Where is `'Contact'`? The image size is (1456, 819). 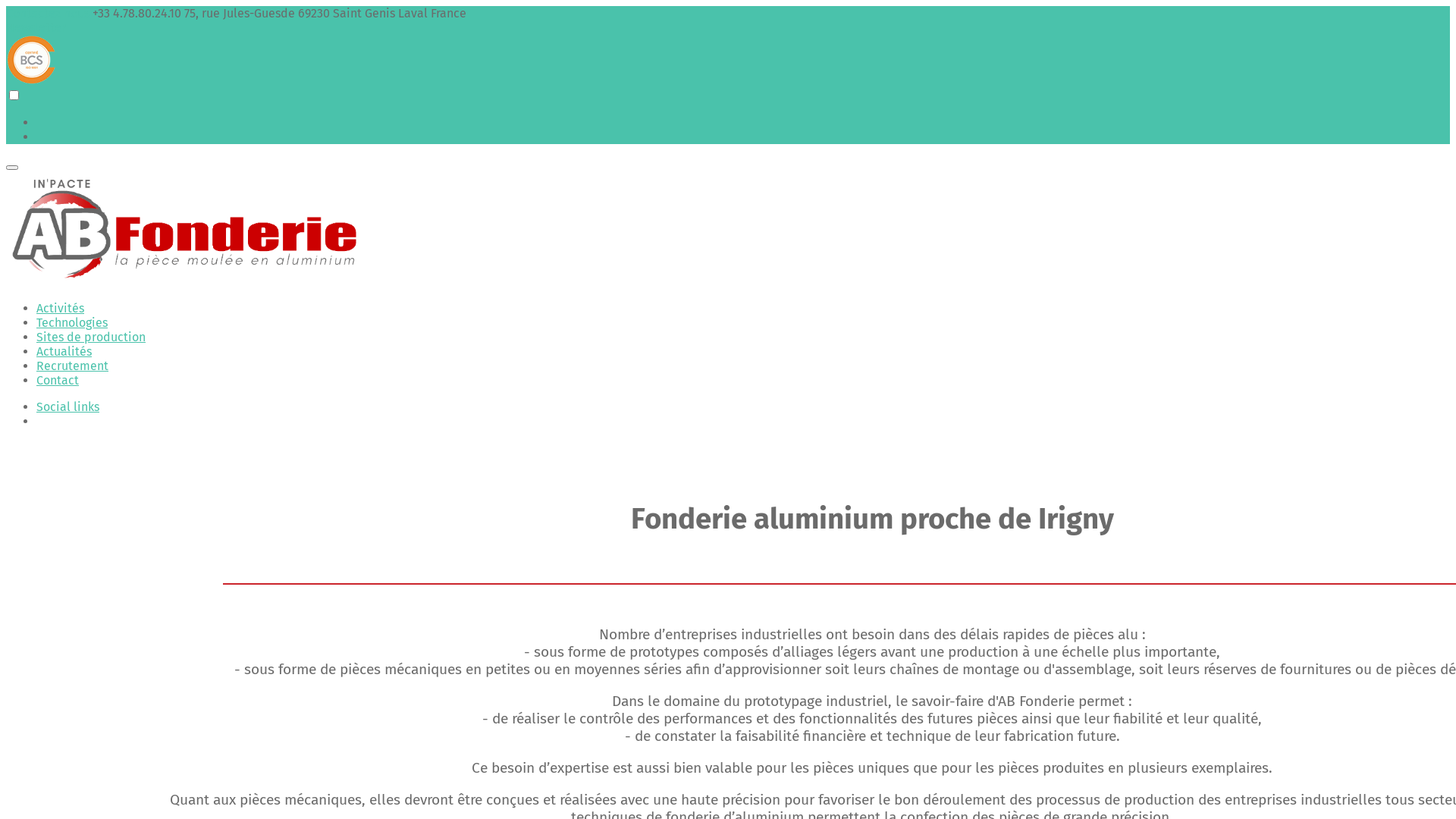
'Contact' is located at coordinates (58, 379).